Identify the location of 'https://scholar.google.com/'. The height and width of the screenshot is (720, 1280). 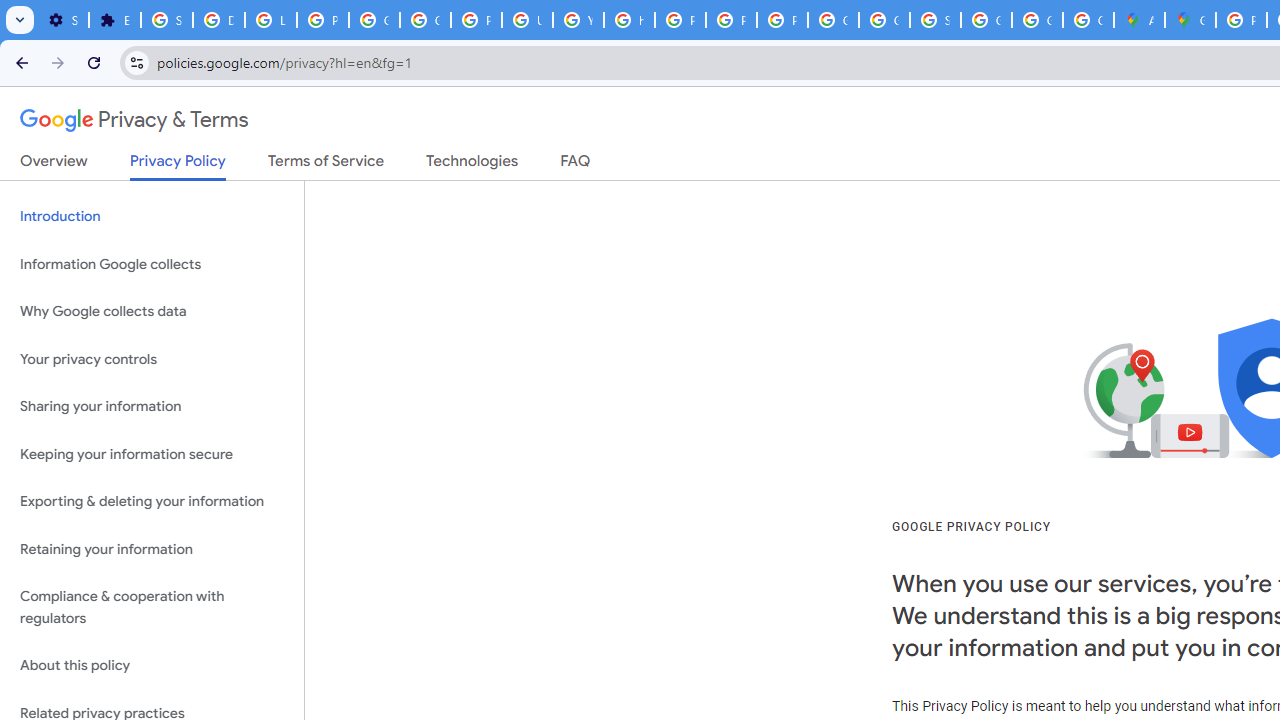
(628, 20).